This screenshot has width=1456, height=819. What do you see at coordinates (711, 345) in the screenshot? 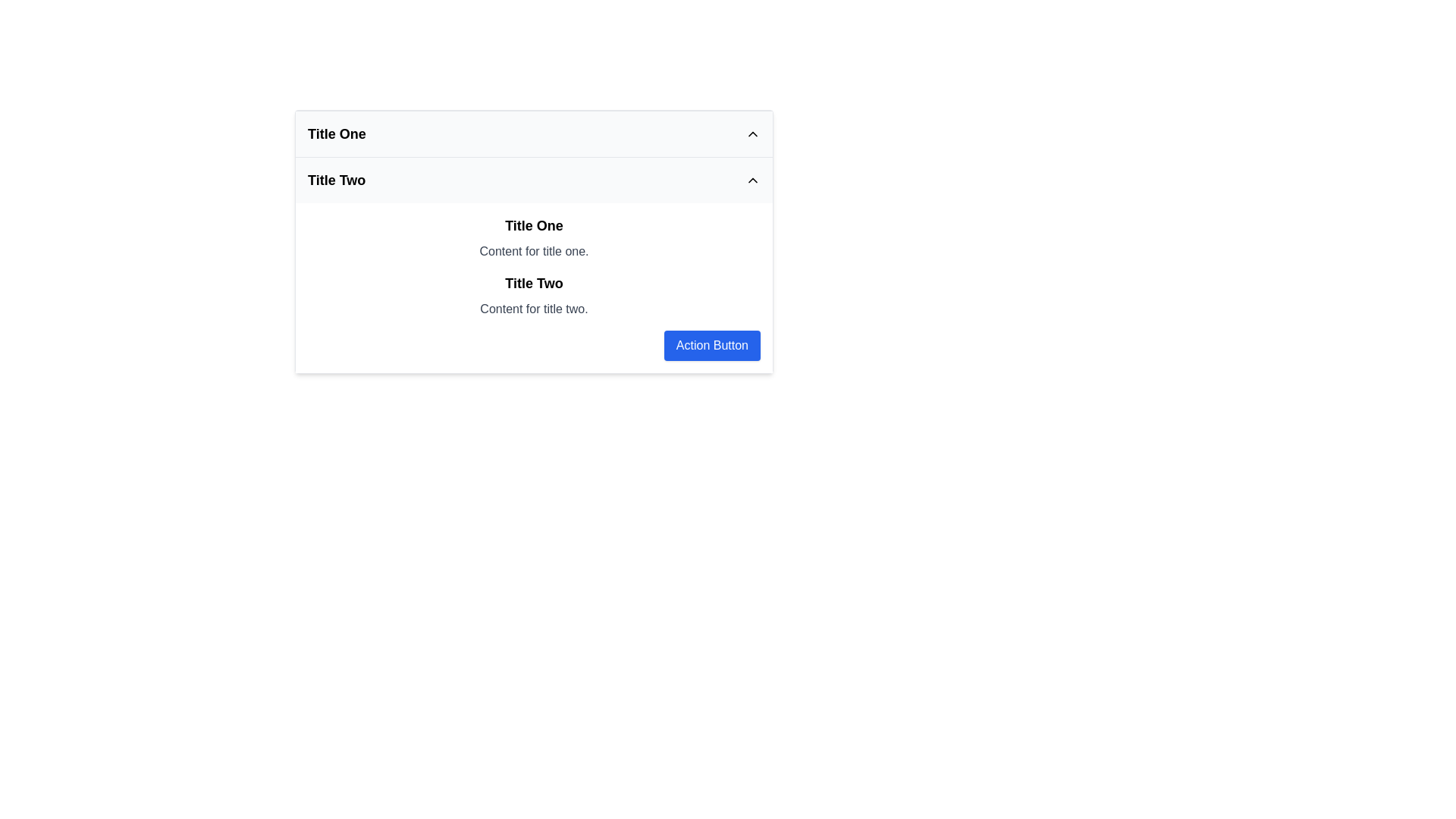
I see `the blue rectangular button with rounded corners labeled 'Action Button'` at bounding box center [711, 345].